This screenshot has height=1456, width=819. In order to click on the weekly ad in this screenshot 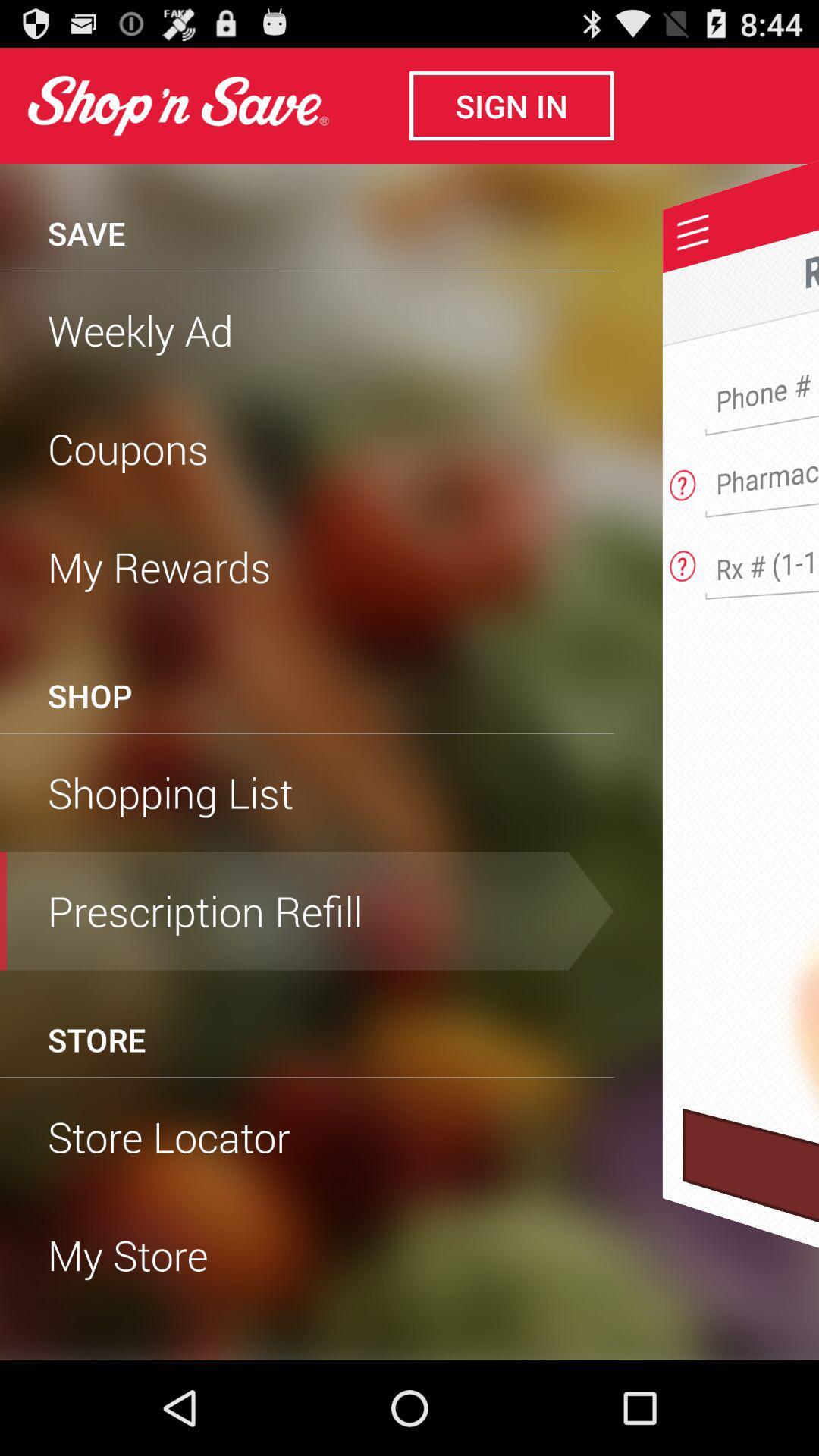, I will do `click(307, 329)`.